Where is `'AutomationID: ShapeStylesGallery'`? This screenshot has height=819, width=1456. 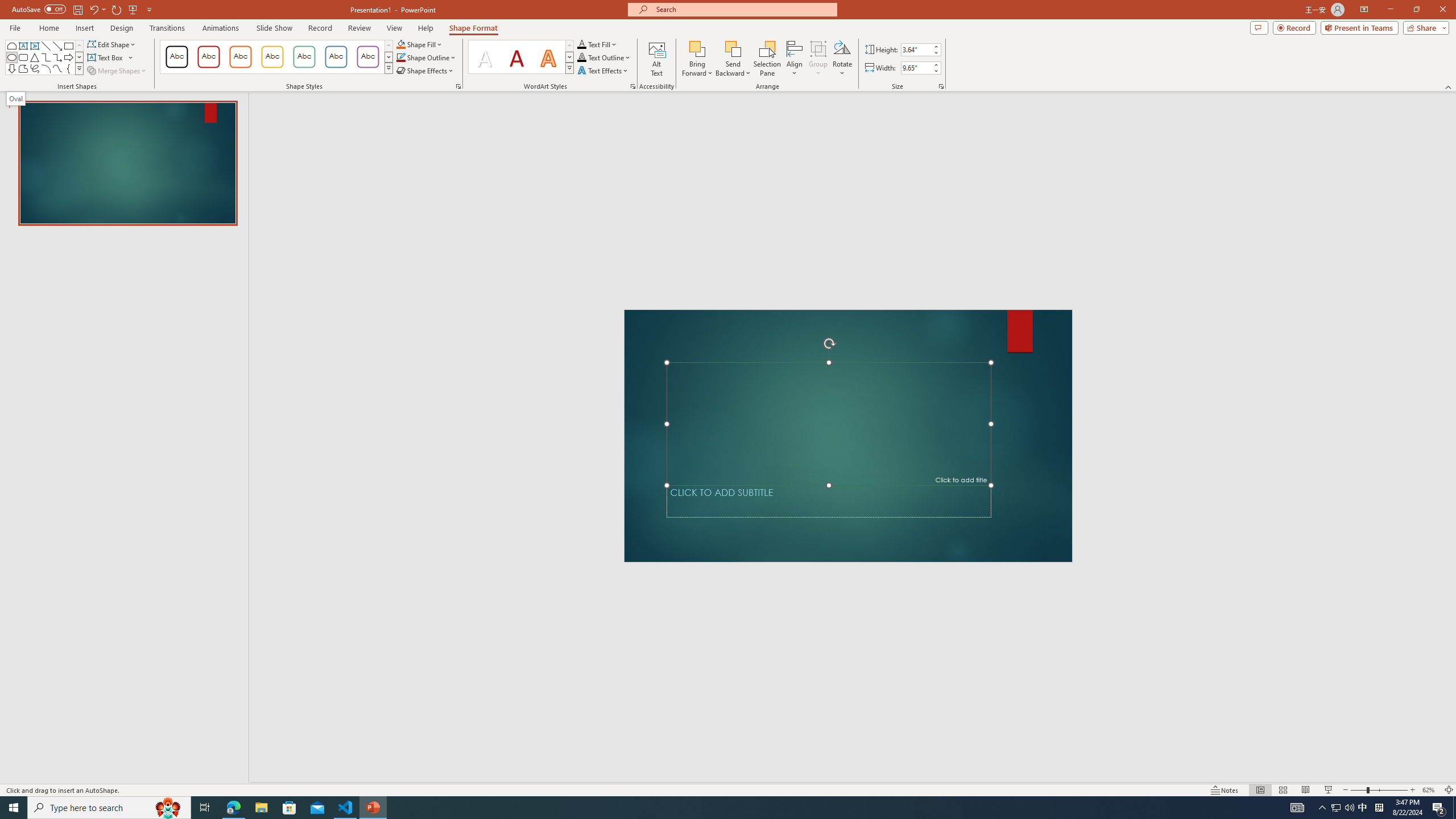
'AutomationID: ShapeStylesGallery' is located at coordinates (276, 56).